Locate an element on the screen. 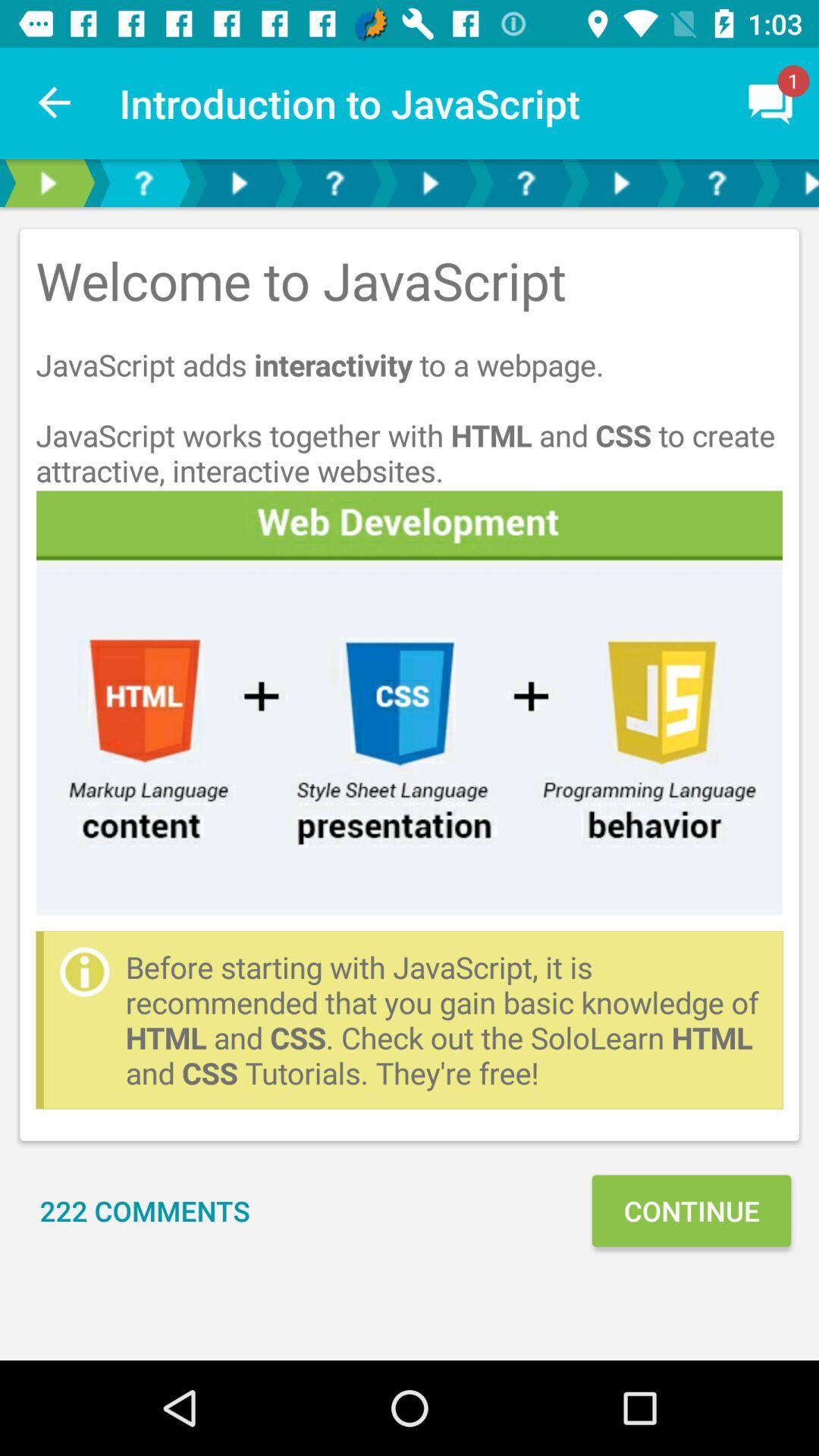  the help icon is located at coordinates (333, 182).